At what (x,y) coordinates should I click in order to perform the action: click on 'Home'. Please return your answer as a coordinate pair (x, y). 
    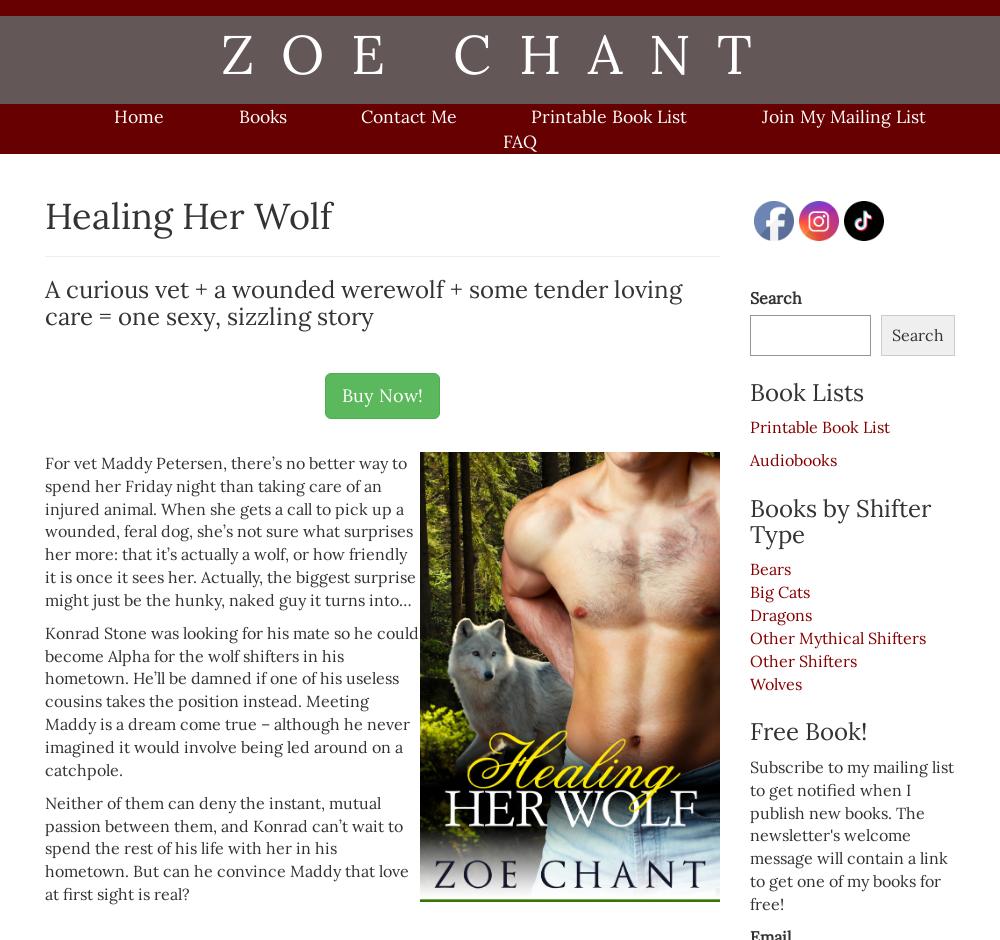
    Looking at the image, I should click on (139, 115).